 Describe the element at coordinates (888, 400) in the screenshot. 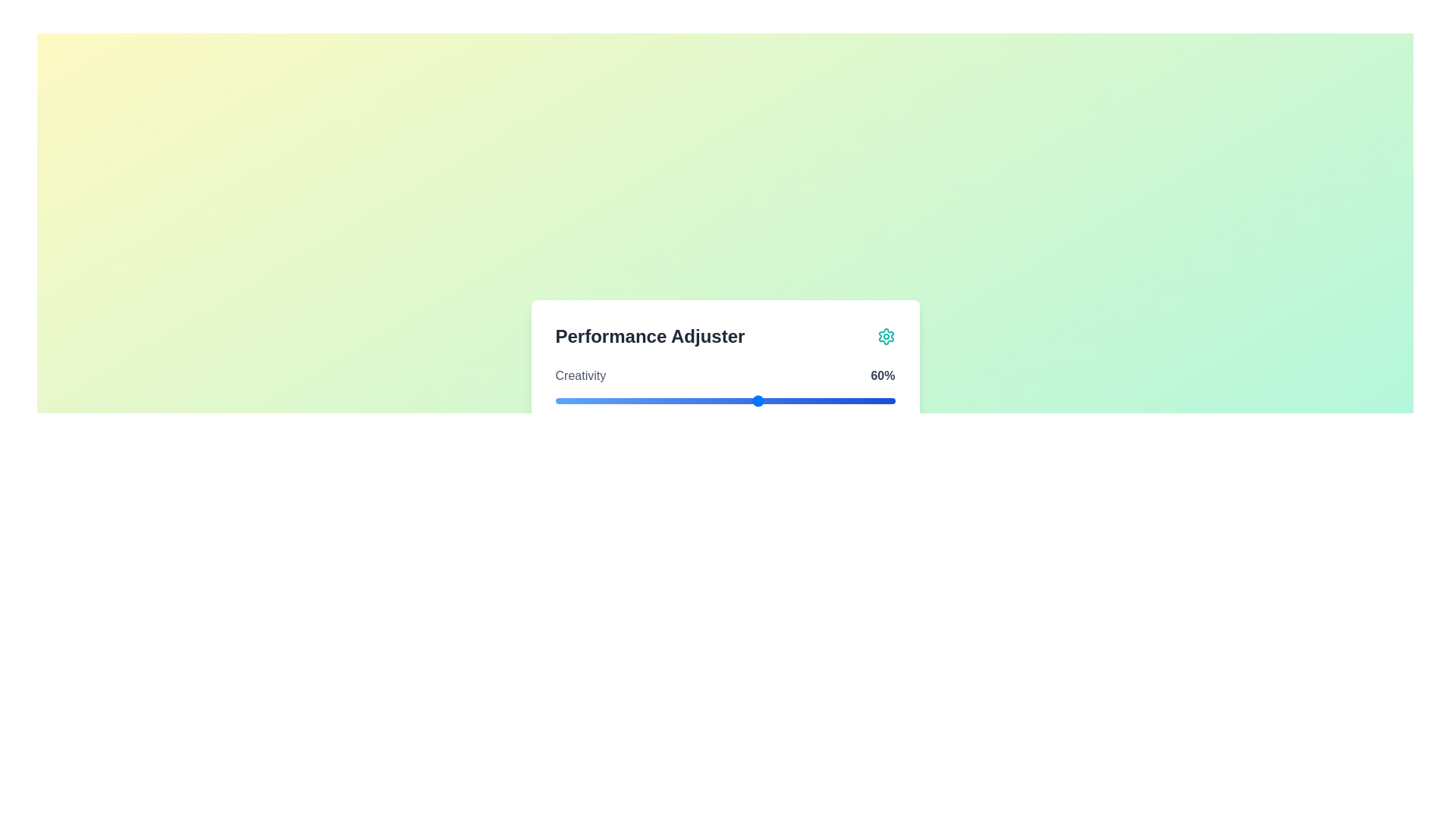

I see `the slider to set the value to 98%` at that location.